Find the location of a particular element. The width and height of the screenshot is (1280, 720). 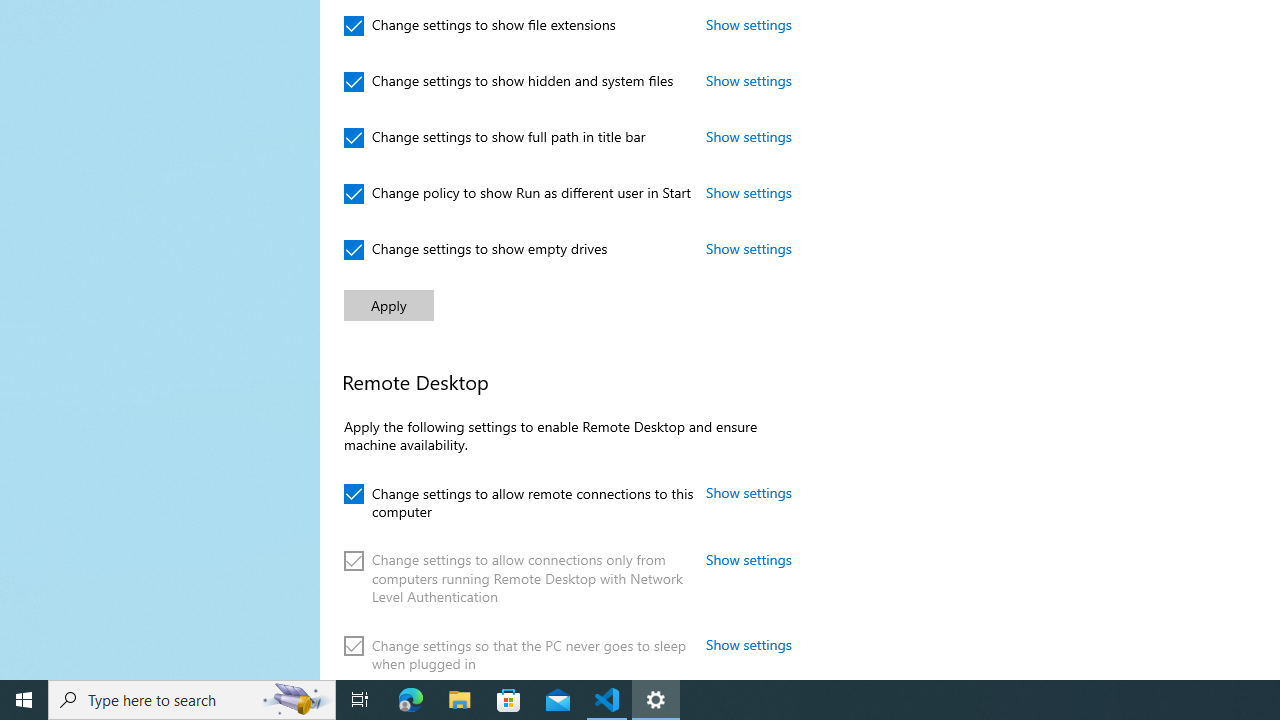

'Show settings: Change settings to show empty drives' is located at coordinates (748, 247).